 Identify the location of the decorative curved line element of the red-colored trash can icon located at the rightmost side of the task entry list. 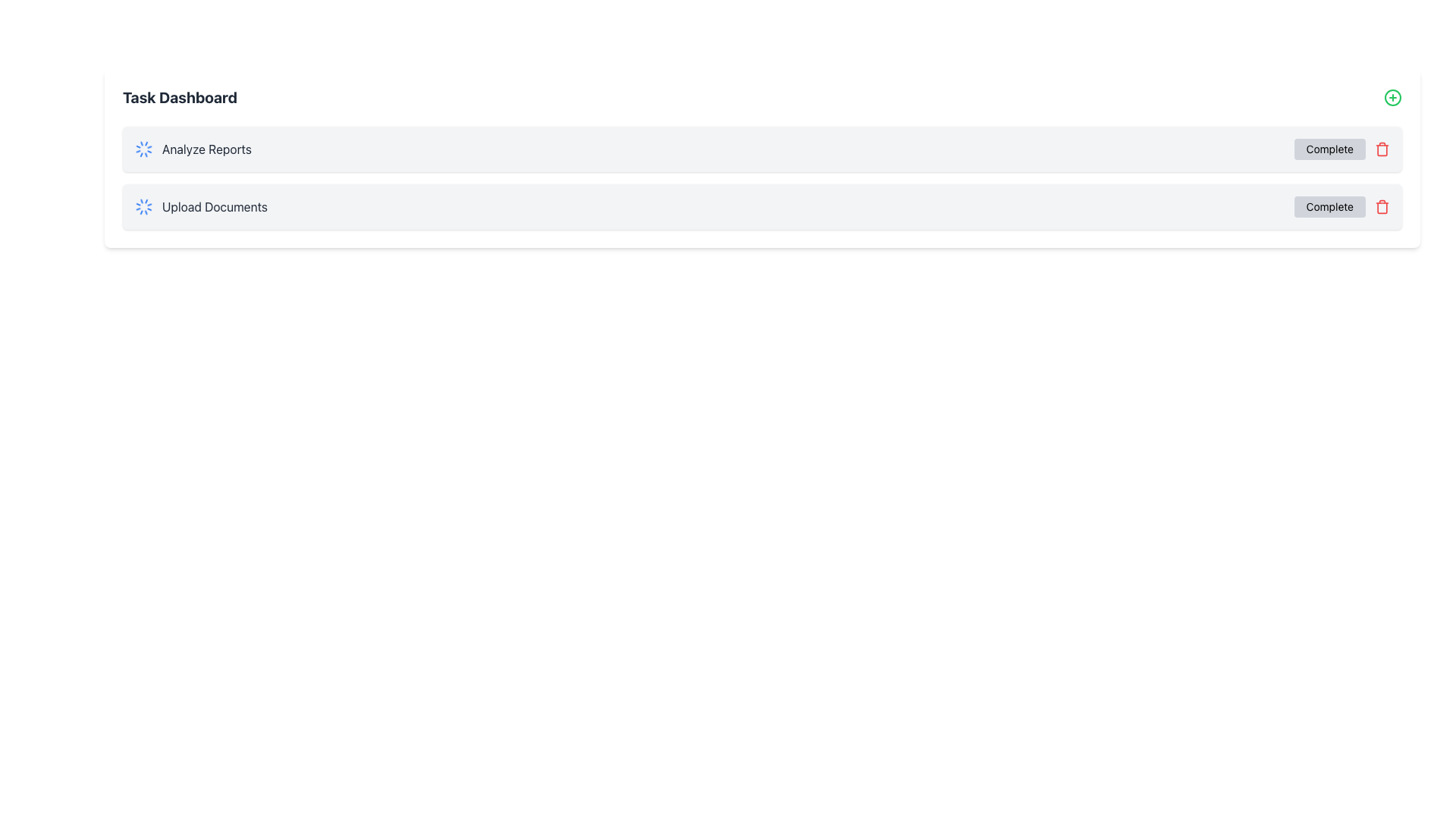
(1382, 149).